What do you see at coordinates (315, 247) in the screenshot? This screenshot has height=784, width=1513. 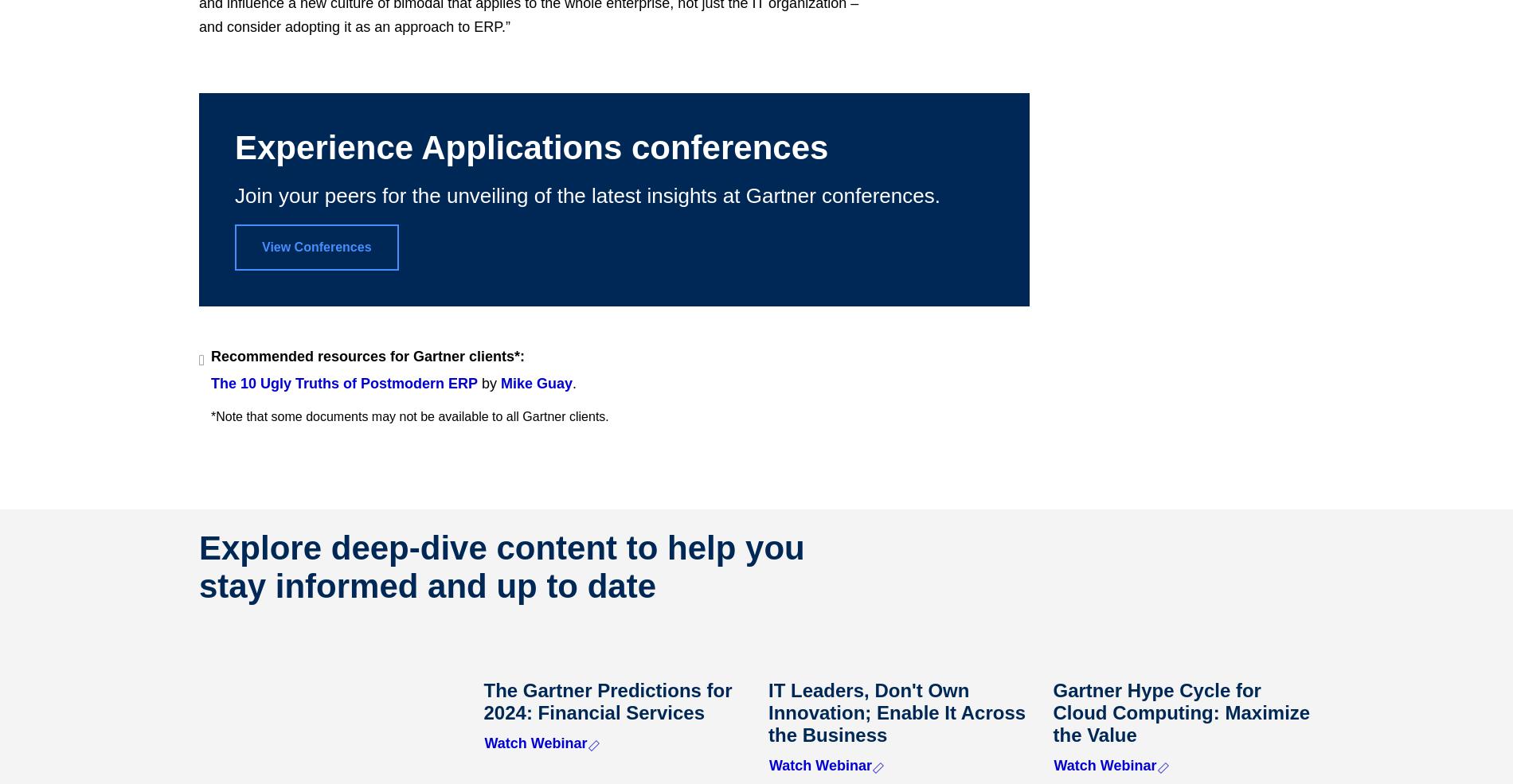 I see `'View Conferences'` at bounding box center [315, 247].